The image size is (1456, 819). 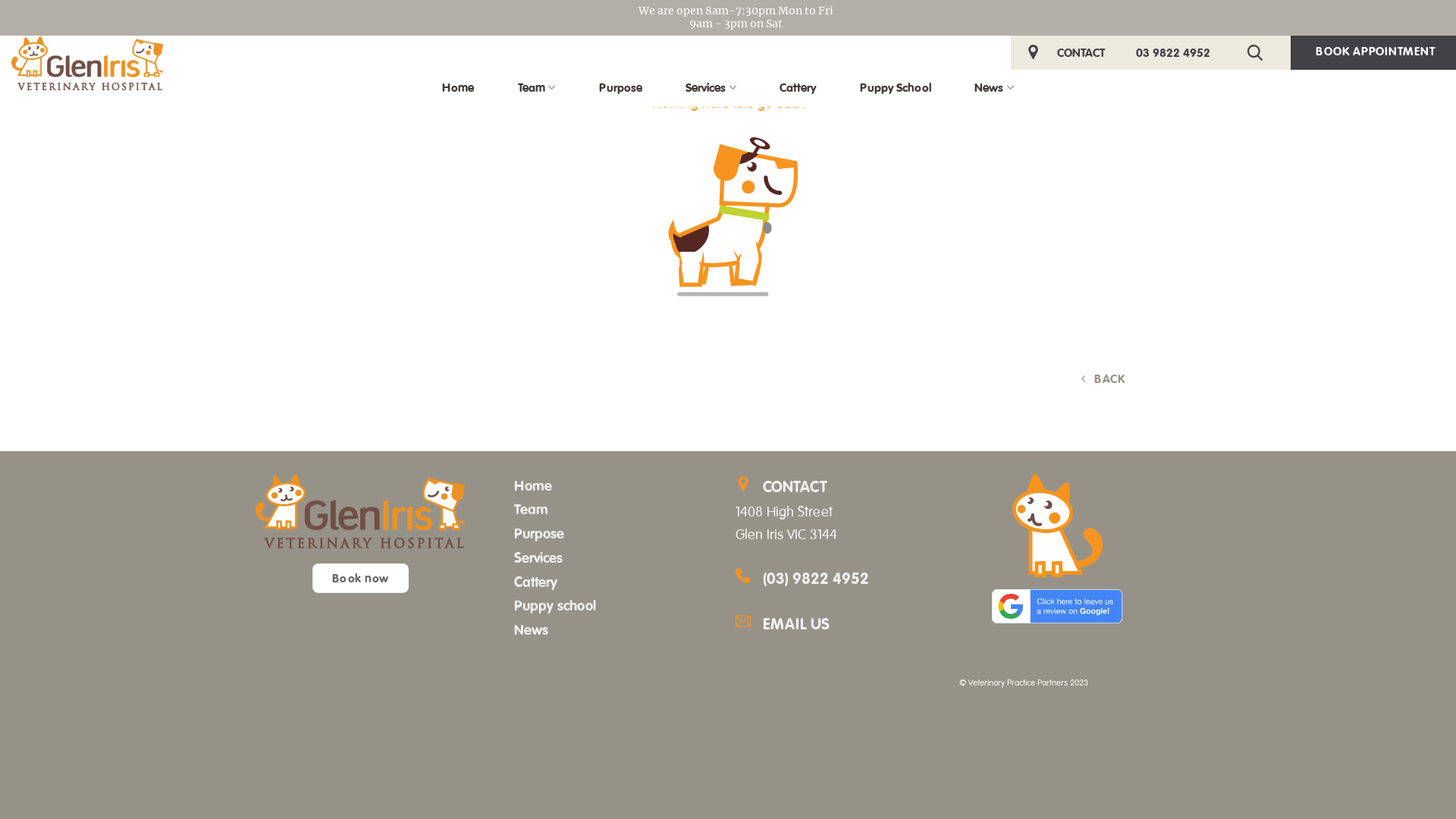 I want to click on 'Purpose', so click(x=538, y=533).